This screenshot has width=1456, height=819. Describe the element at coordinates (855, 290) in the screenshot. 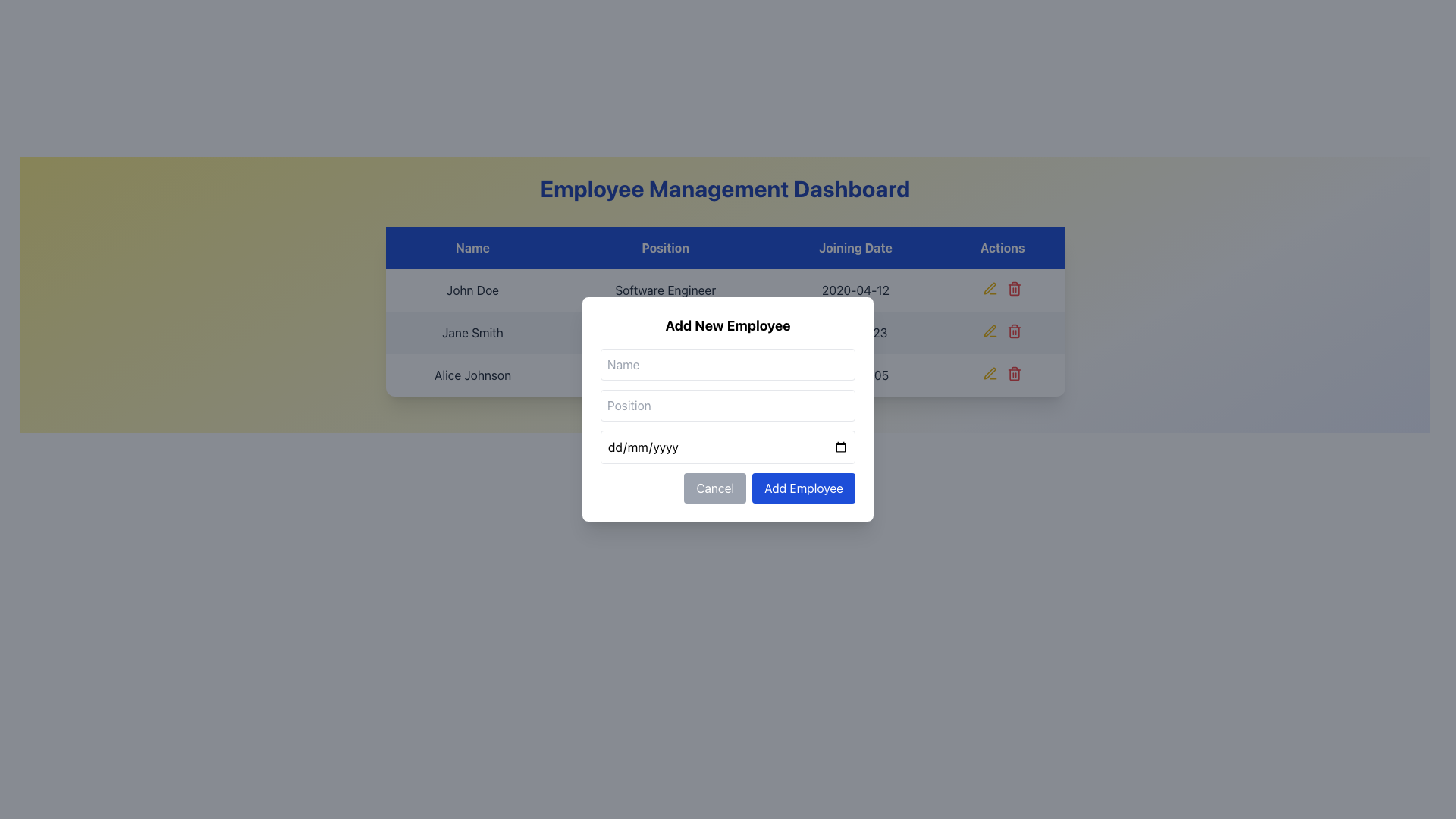

I see `the text displaying the date '2020-04-12' in the 'Joining Date' column of the employee management table` at that location.